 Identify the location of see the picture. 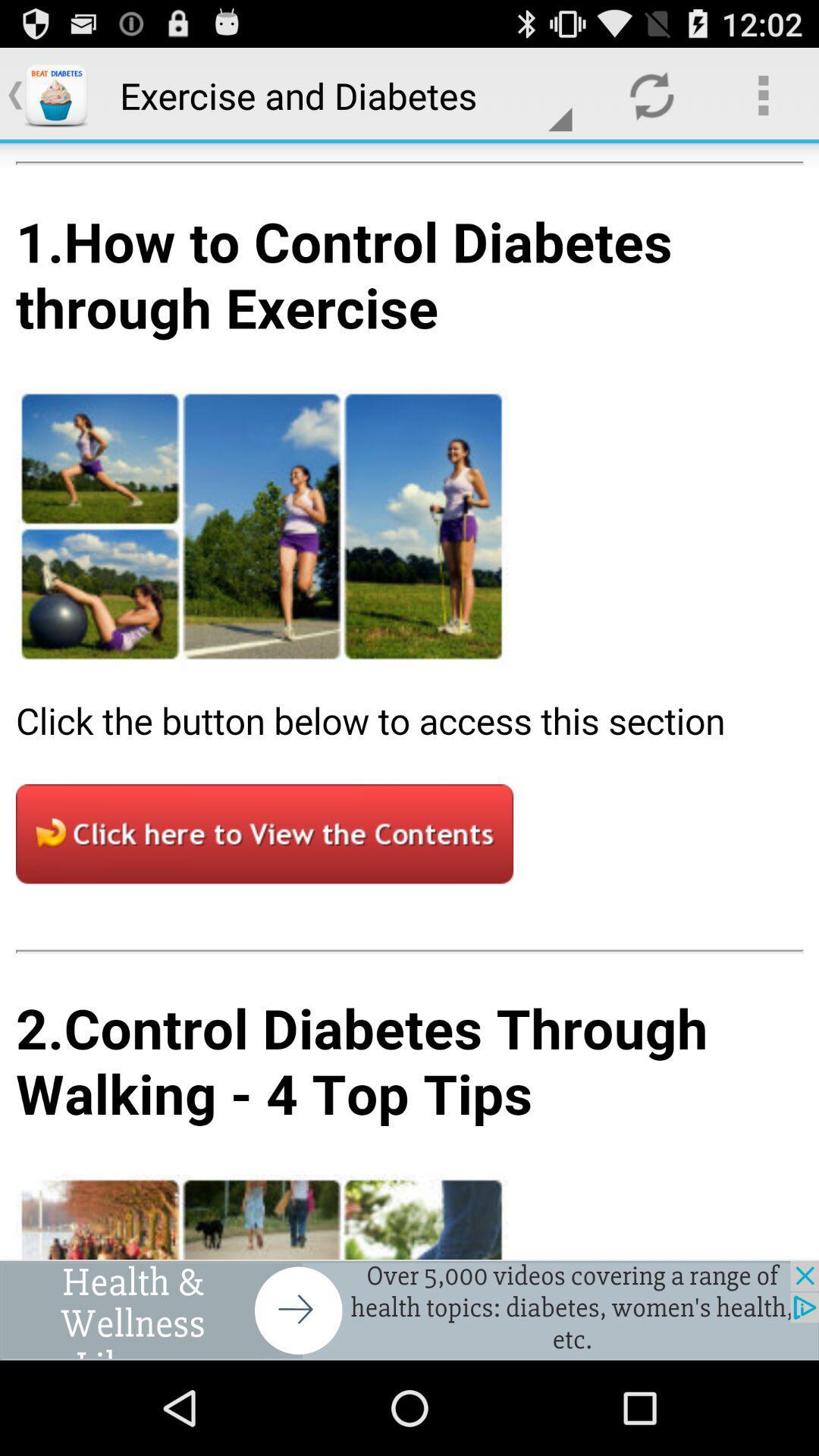
(409, 701).